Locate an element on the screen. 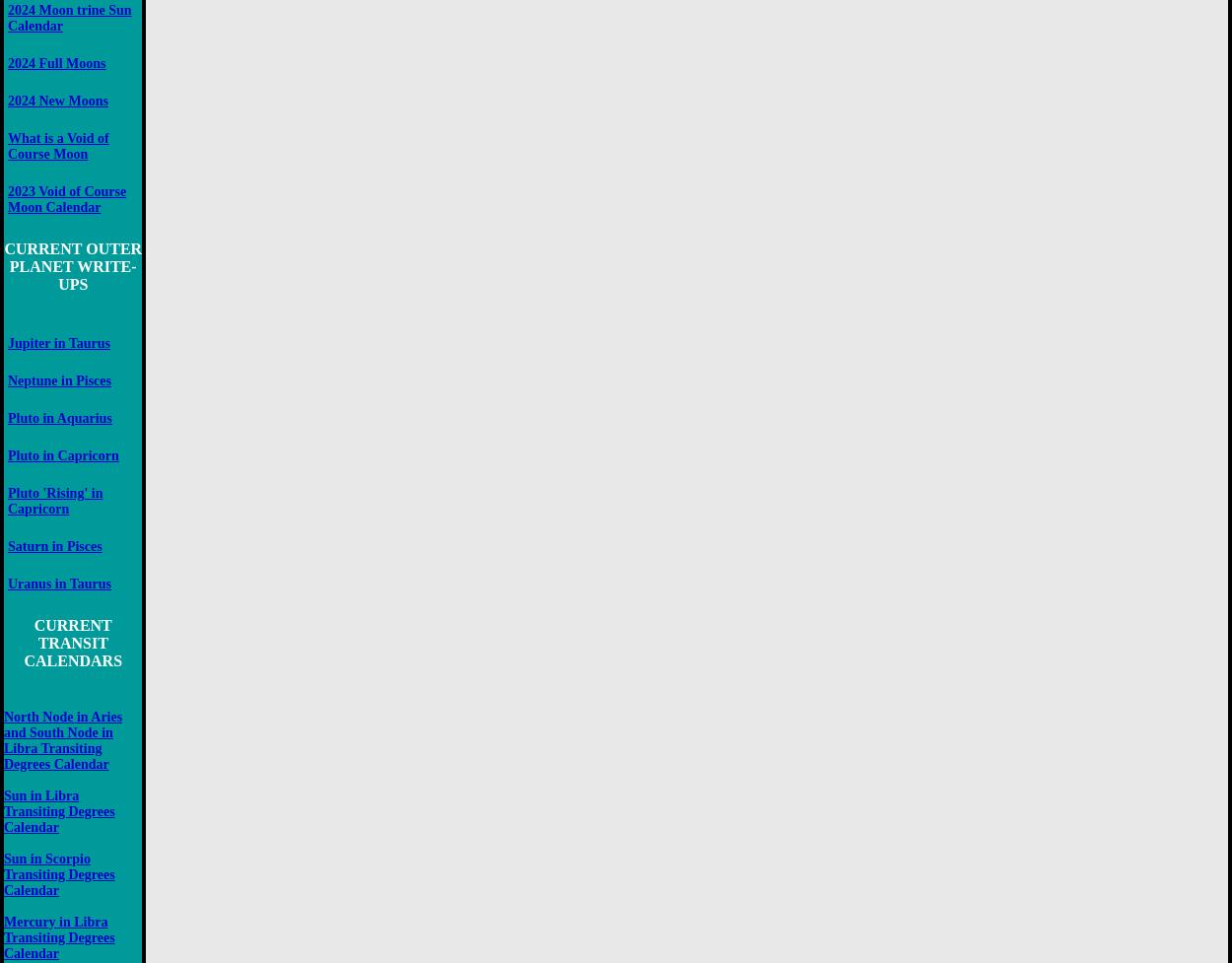 Image resolution: width=1232 pixels, height=963 pixels. 'Uranus in Taurus' is located at coordinates (59, 583).